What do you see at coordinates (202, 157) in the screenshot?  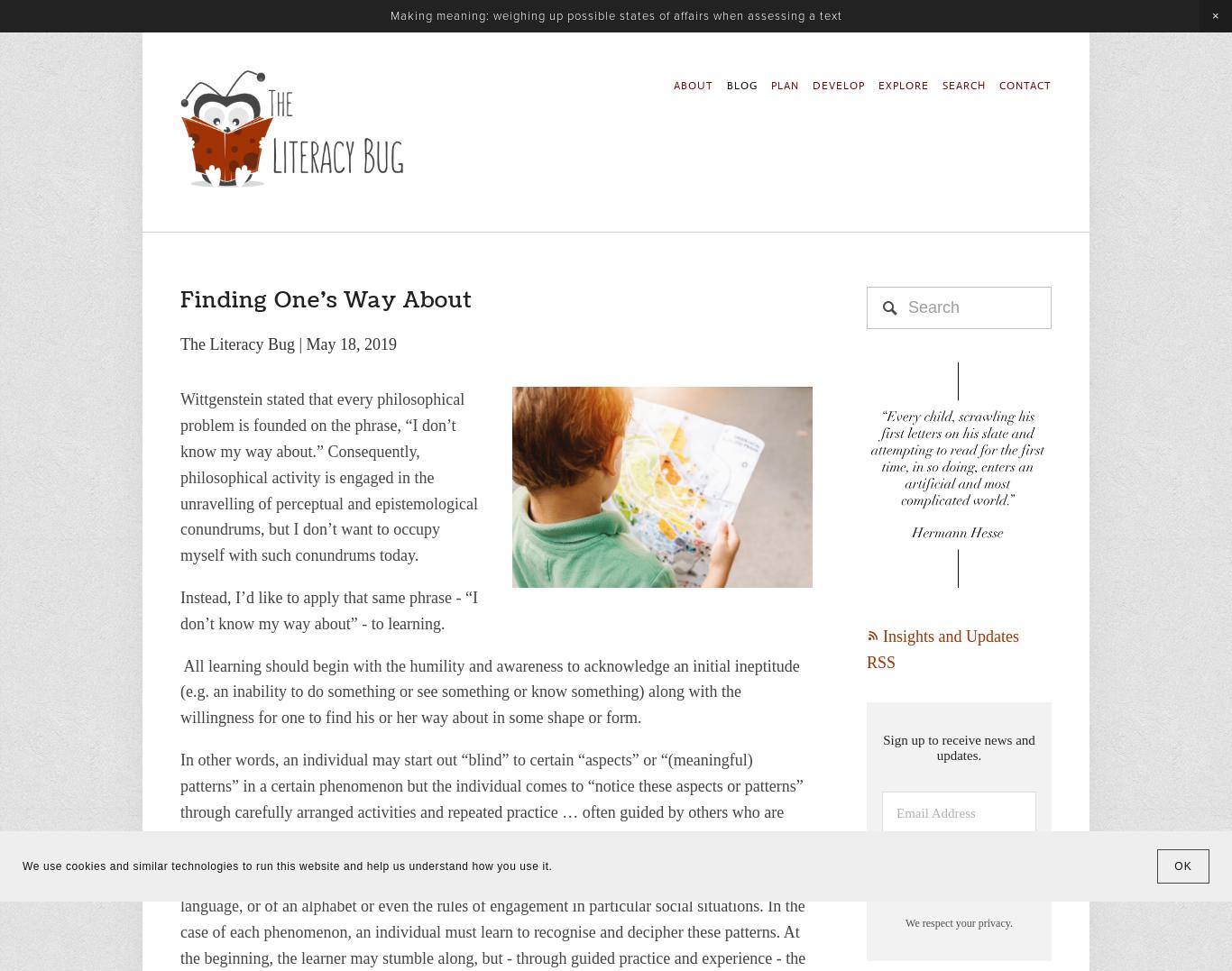 I see `'Develop'` at bounding box center [202, 157].